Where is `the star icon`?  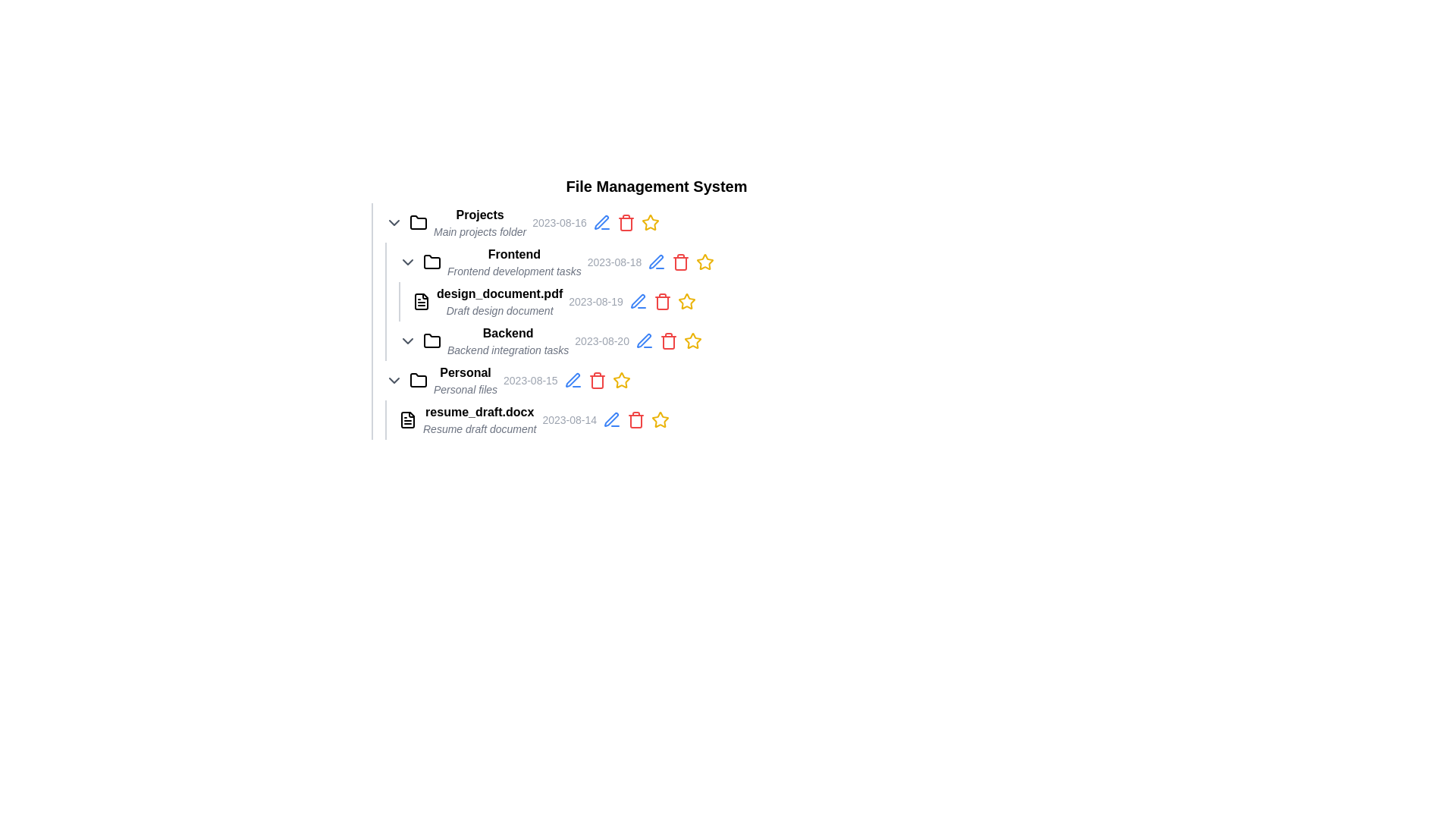
the star icon is located at coordinates (650, 222).